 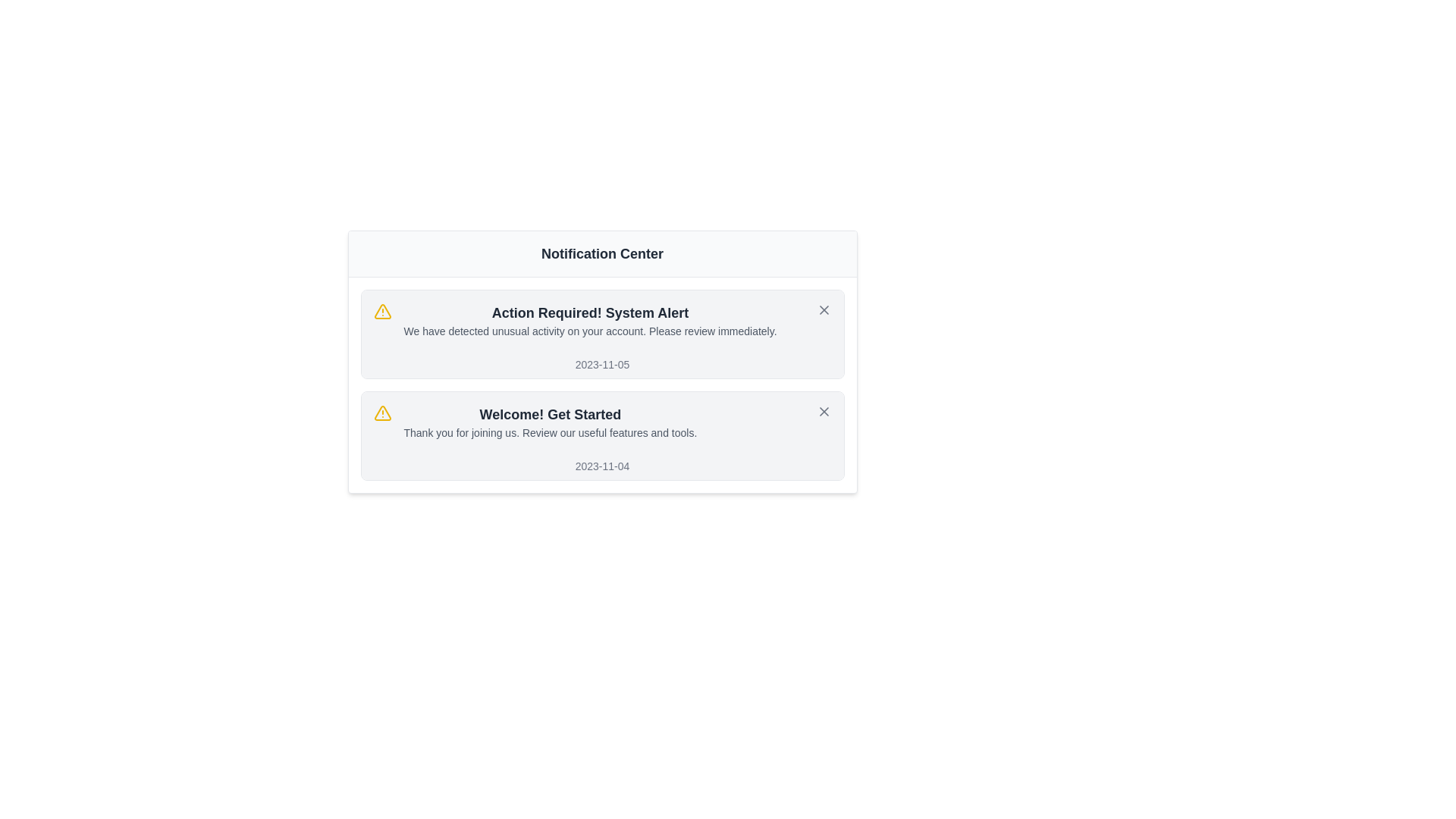 I want to click on text displayed in the label showing the date '2023-11-05', which is located near the bottom-right corner of the 'Action Required! System Alert' notification, so click(x=601, y=365).